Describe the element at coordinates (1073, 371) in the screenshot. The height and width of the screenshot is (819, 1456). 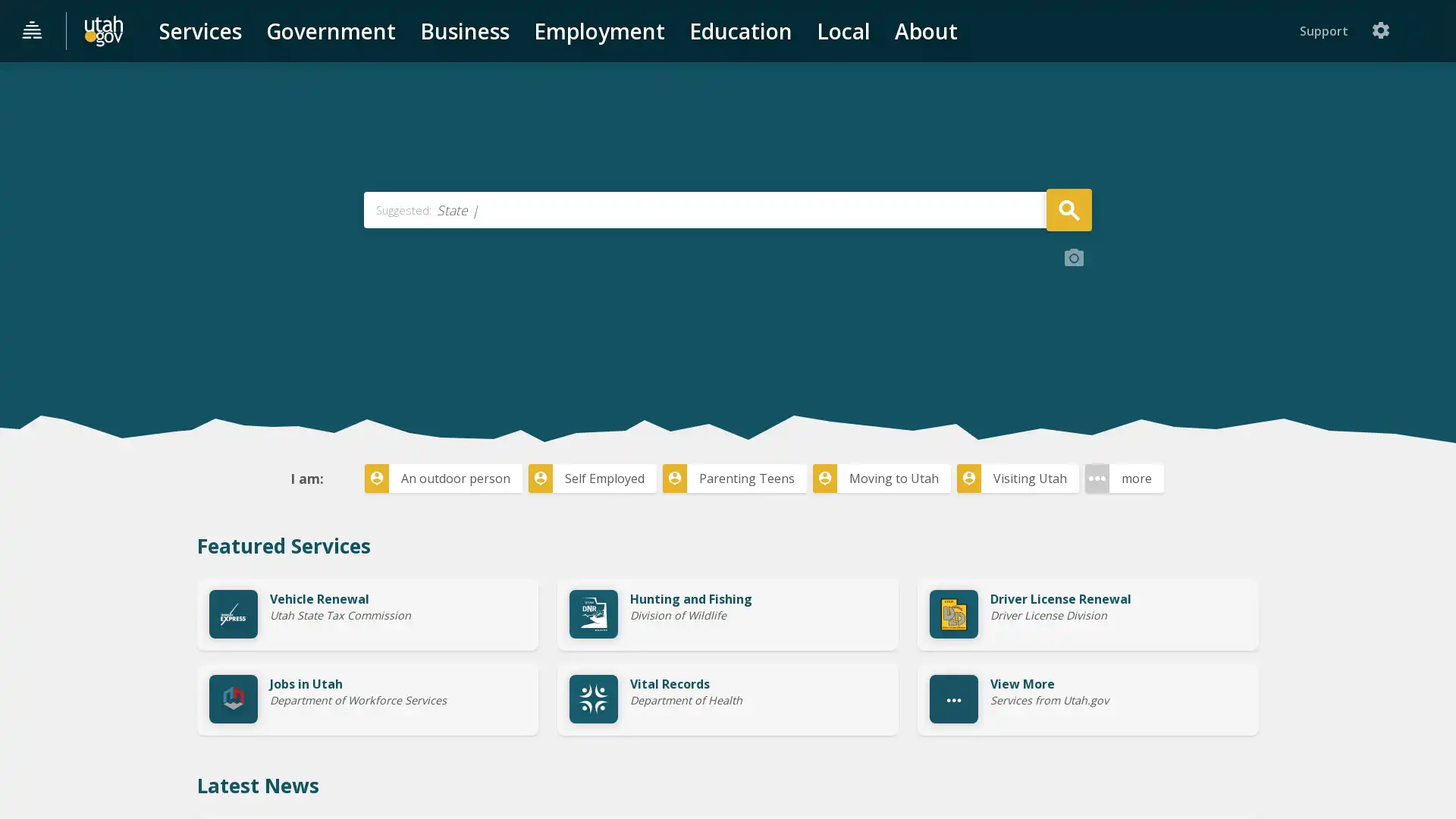
I see `Background image info` at that location.